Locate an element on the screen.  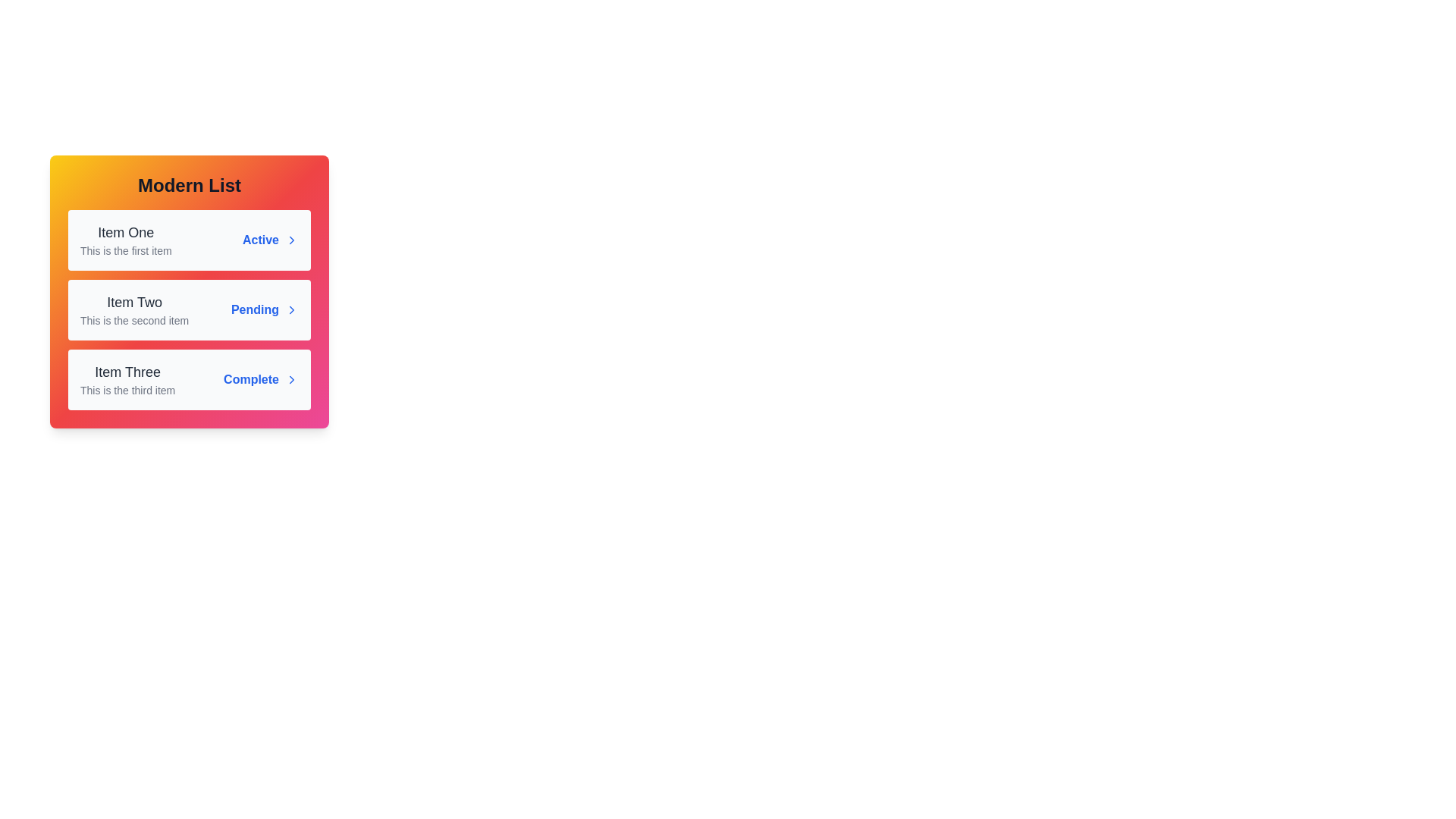
the list item Item One to observe the hover effect is located at coordinates (188, 239).